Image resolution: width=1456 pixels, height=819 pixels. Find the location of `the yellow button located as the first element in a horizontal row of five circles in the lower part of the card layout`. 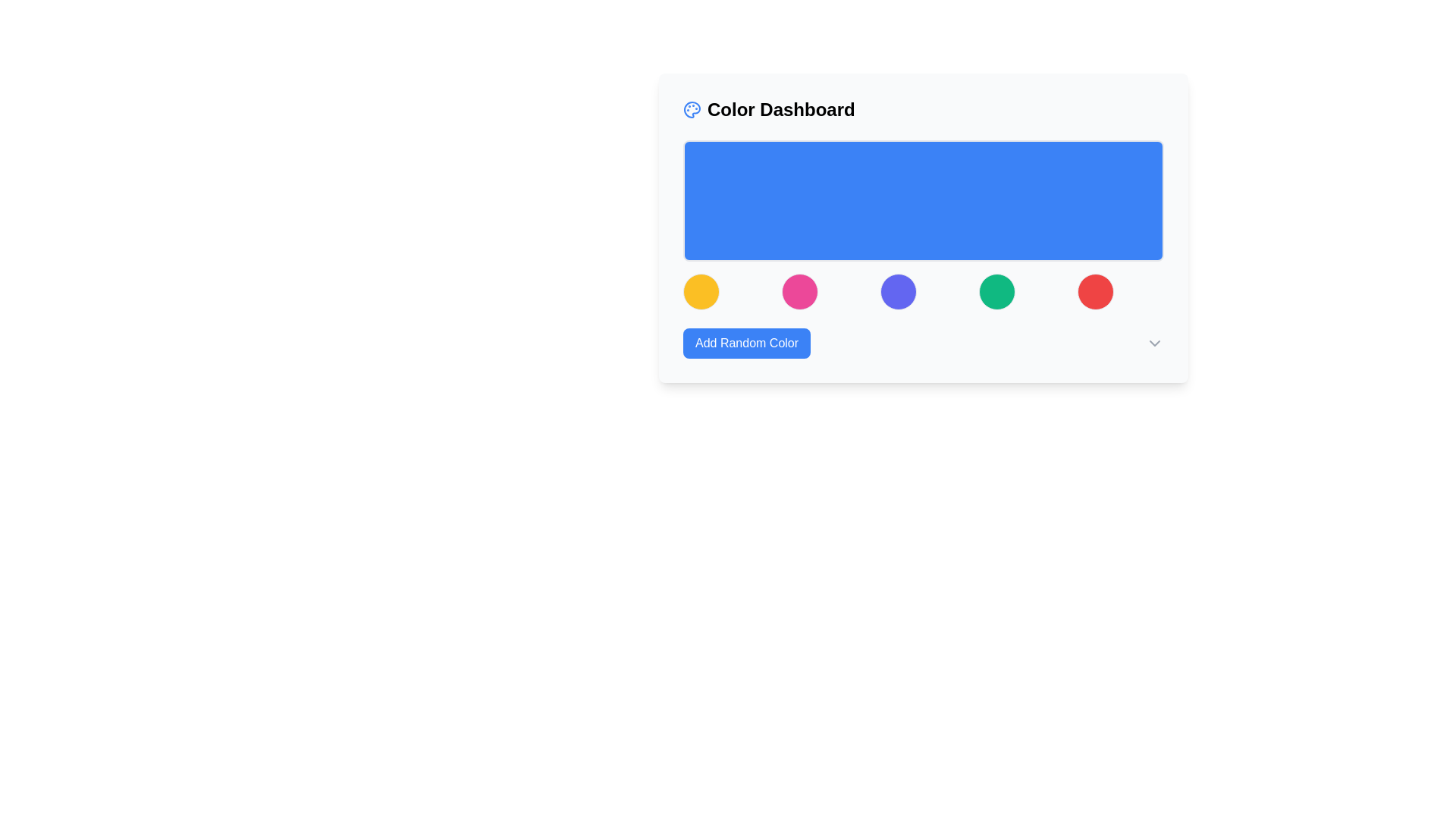

the yellow button located as the first element in a horizontal row of five circles in the lower part of the card layout is located at coordinates (701, 292).